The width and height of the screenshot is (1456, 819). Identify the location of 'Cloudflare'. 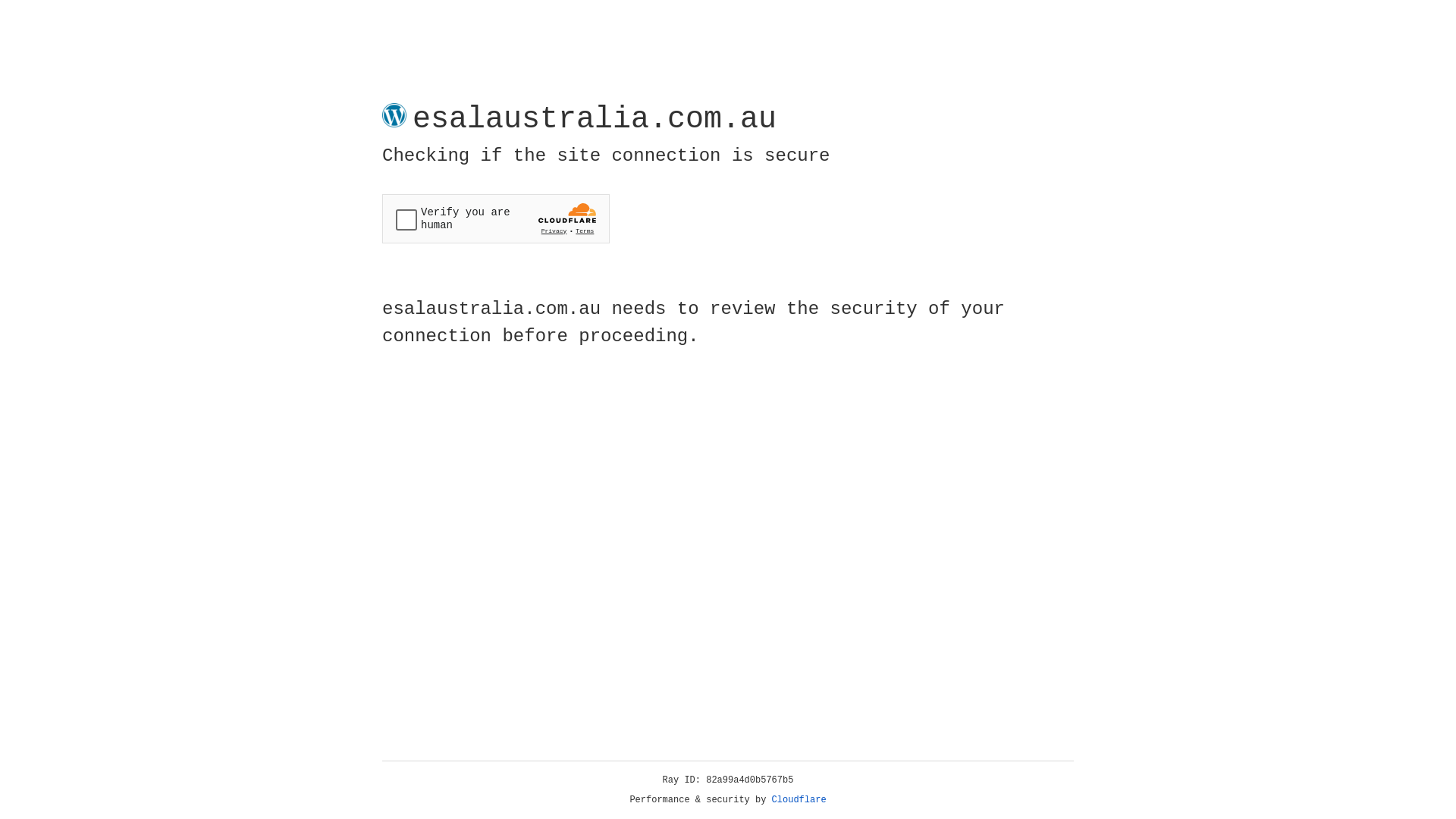
(799, 799).